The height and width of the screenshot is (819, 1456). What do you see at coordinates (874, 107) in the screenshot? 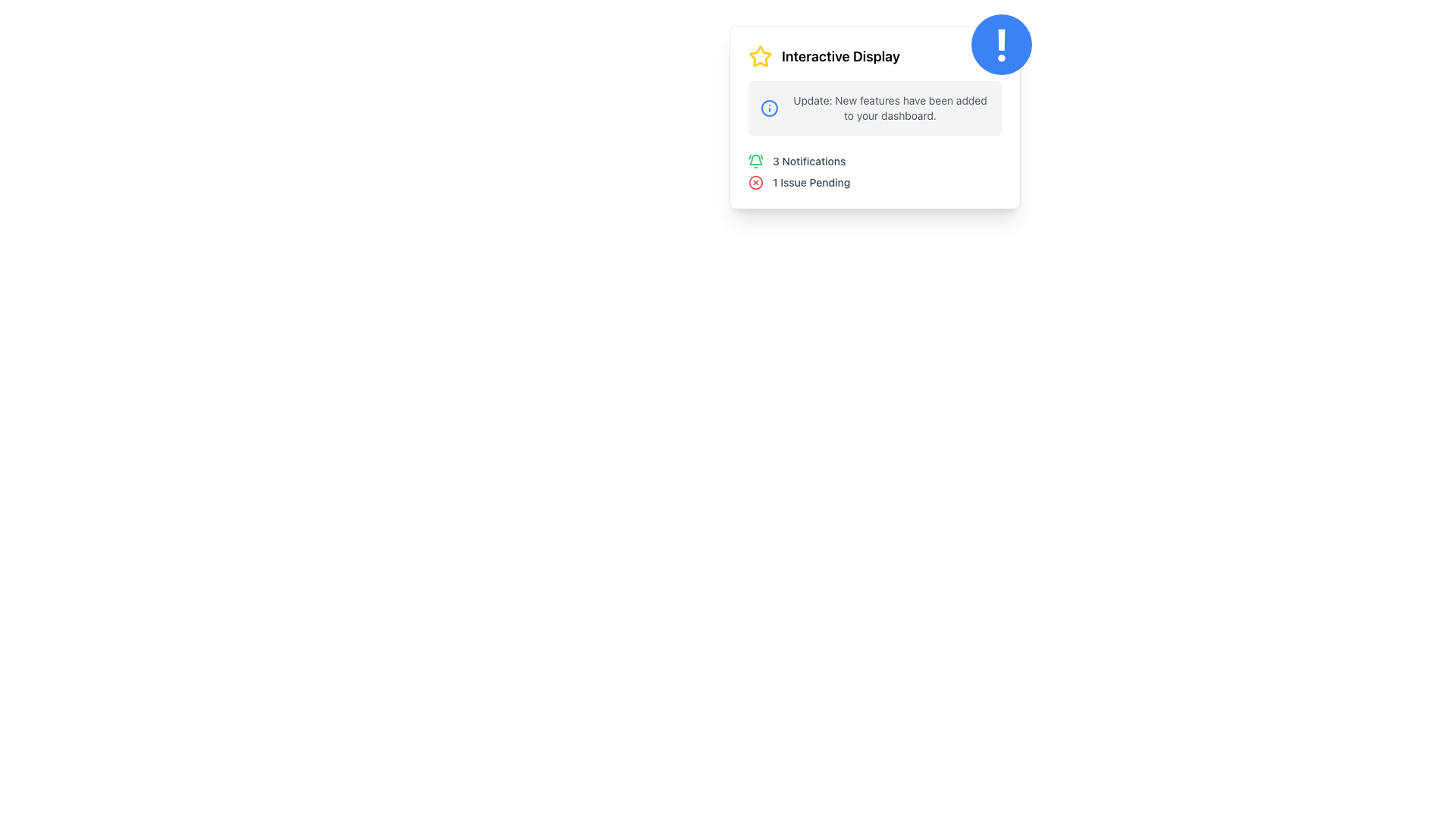
I see `the Notification Box containing the blue information icon and the text 'Update: New features have been added to your dashboard.'` at bounding box center [874, 107].